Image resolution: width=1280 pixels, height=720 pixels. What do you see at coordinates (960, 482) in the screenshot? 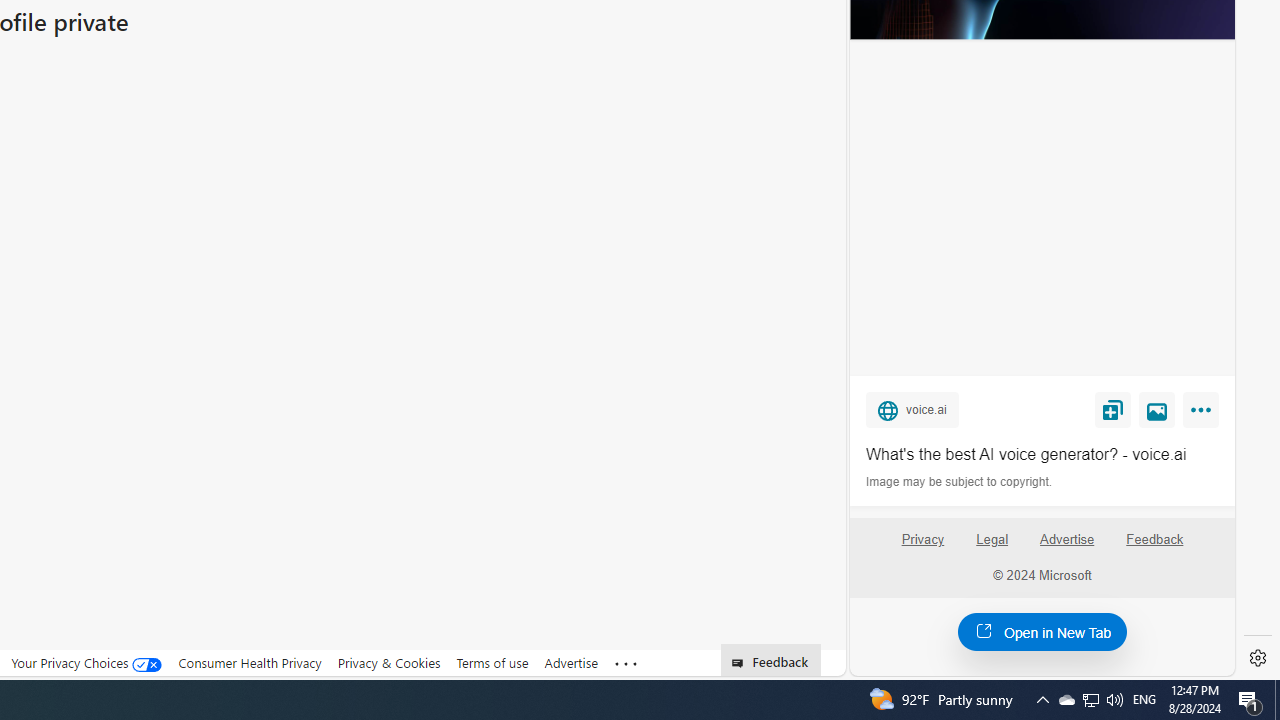
I see `'Image may be subject to copyright.'` at bounding box center [960, 482].